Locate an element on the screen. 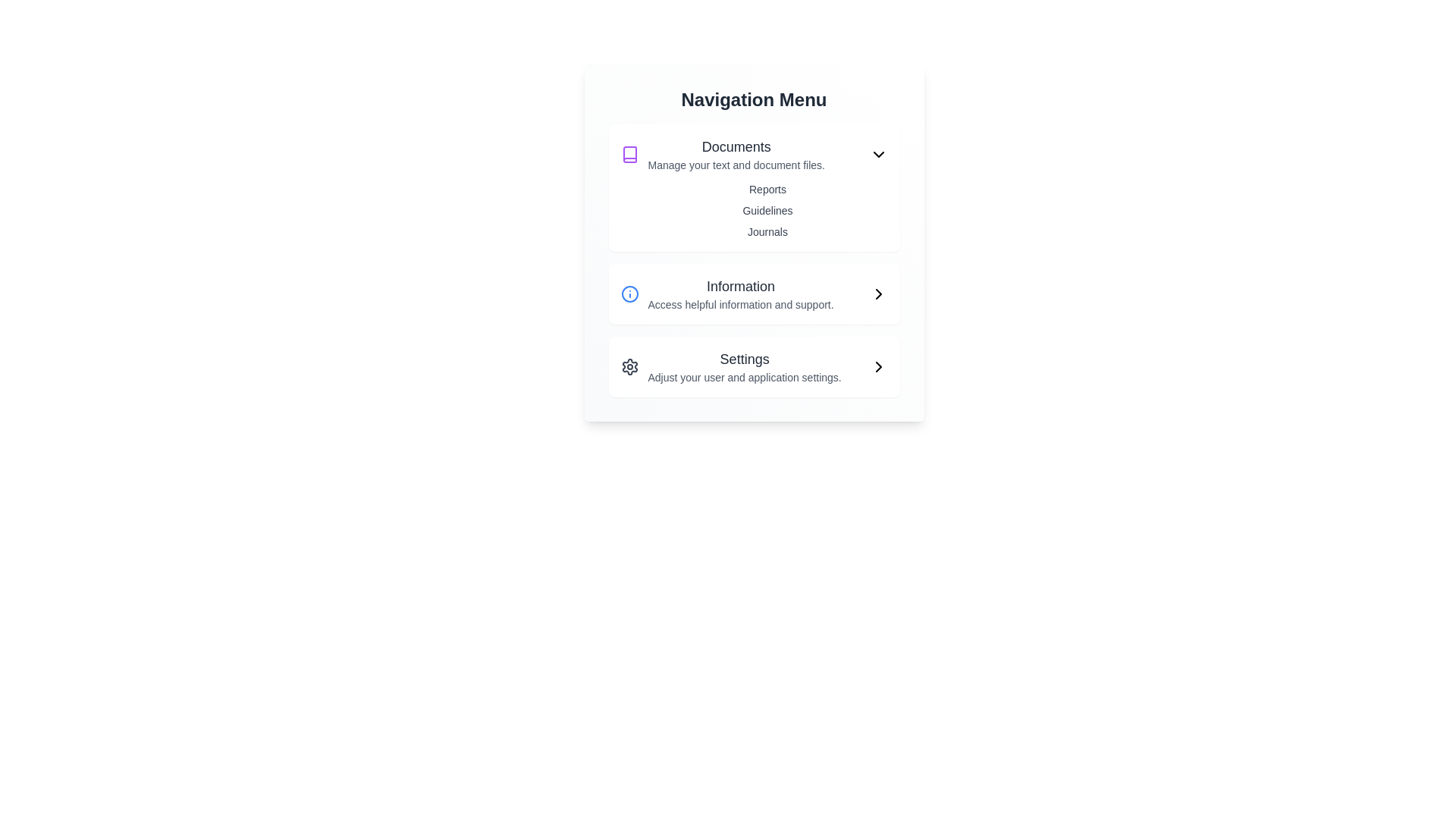 The image size is (1456, 819). the 'Documents' icon located in the navigation menu, positioned to the left of the text label 'Documents' is located at coordinates (629, 155).